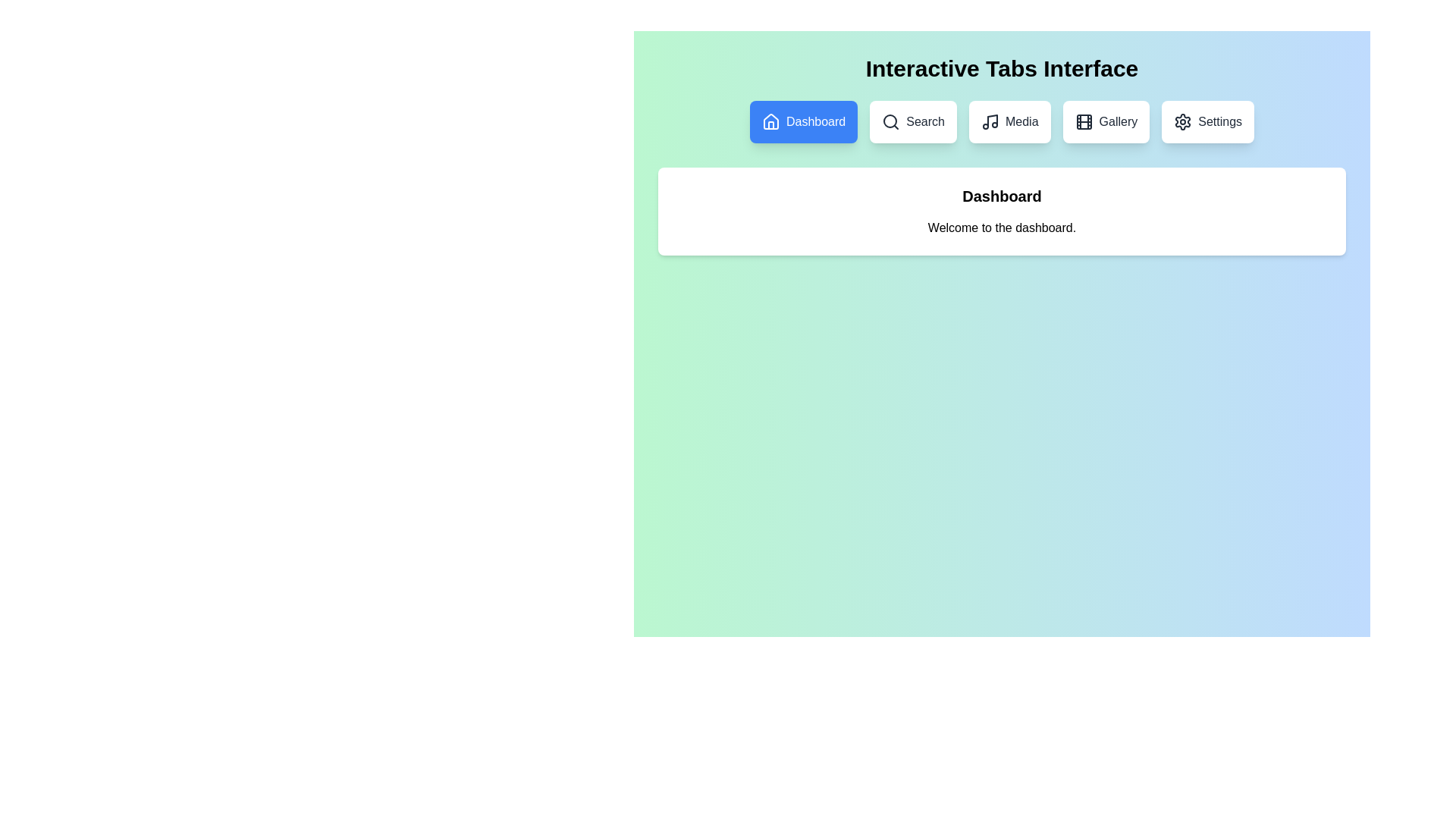  Describe the element at coordinates (771, 124) in the screenshot. I see `the decorative graphic element representing the door in the house icon, located at the center-bottom area of the SVG icon` at that location.